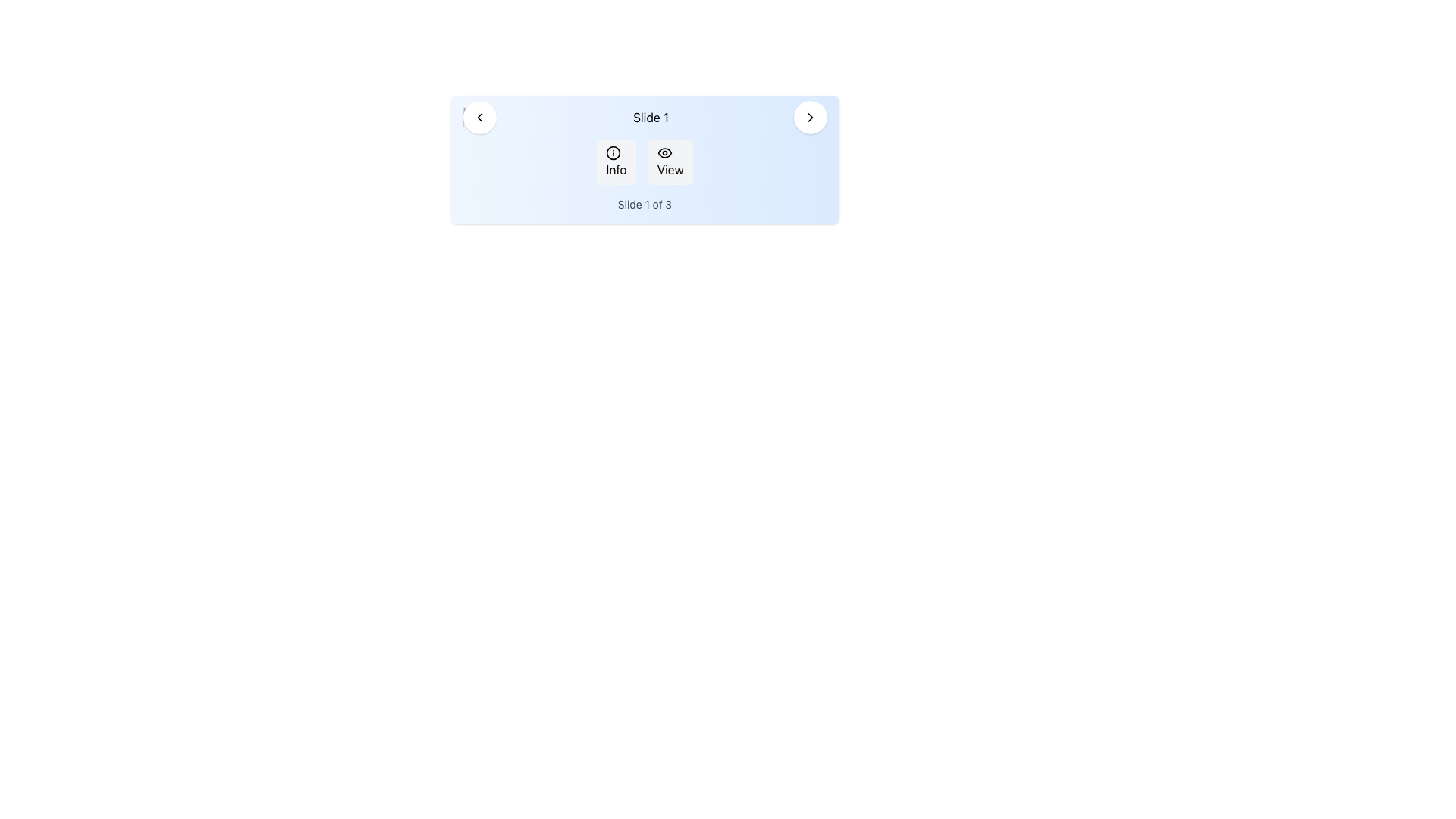 Image resolution: width=1456 pixels, height=819 pixels. Describe the element at coordinates (809, 116) in the screenshot. I see `the right-facing chevron arrow SVG icon located in the top-right corner of the horizontal panel displaying 'Slide 1', which is contained within a circular button` at that location.